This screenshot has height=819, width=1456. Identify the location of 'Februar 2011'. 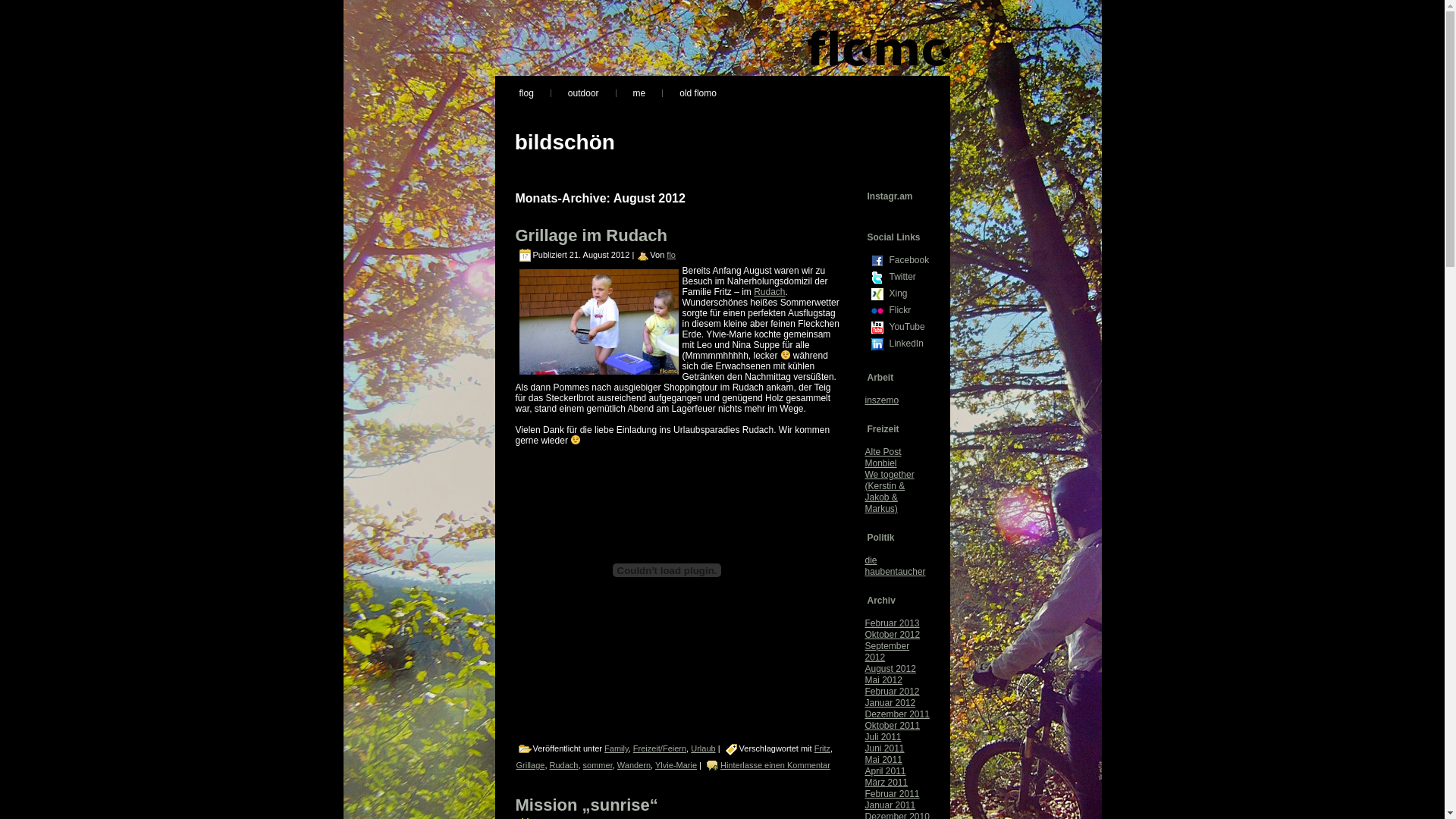
(892, 792).